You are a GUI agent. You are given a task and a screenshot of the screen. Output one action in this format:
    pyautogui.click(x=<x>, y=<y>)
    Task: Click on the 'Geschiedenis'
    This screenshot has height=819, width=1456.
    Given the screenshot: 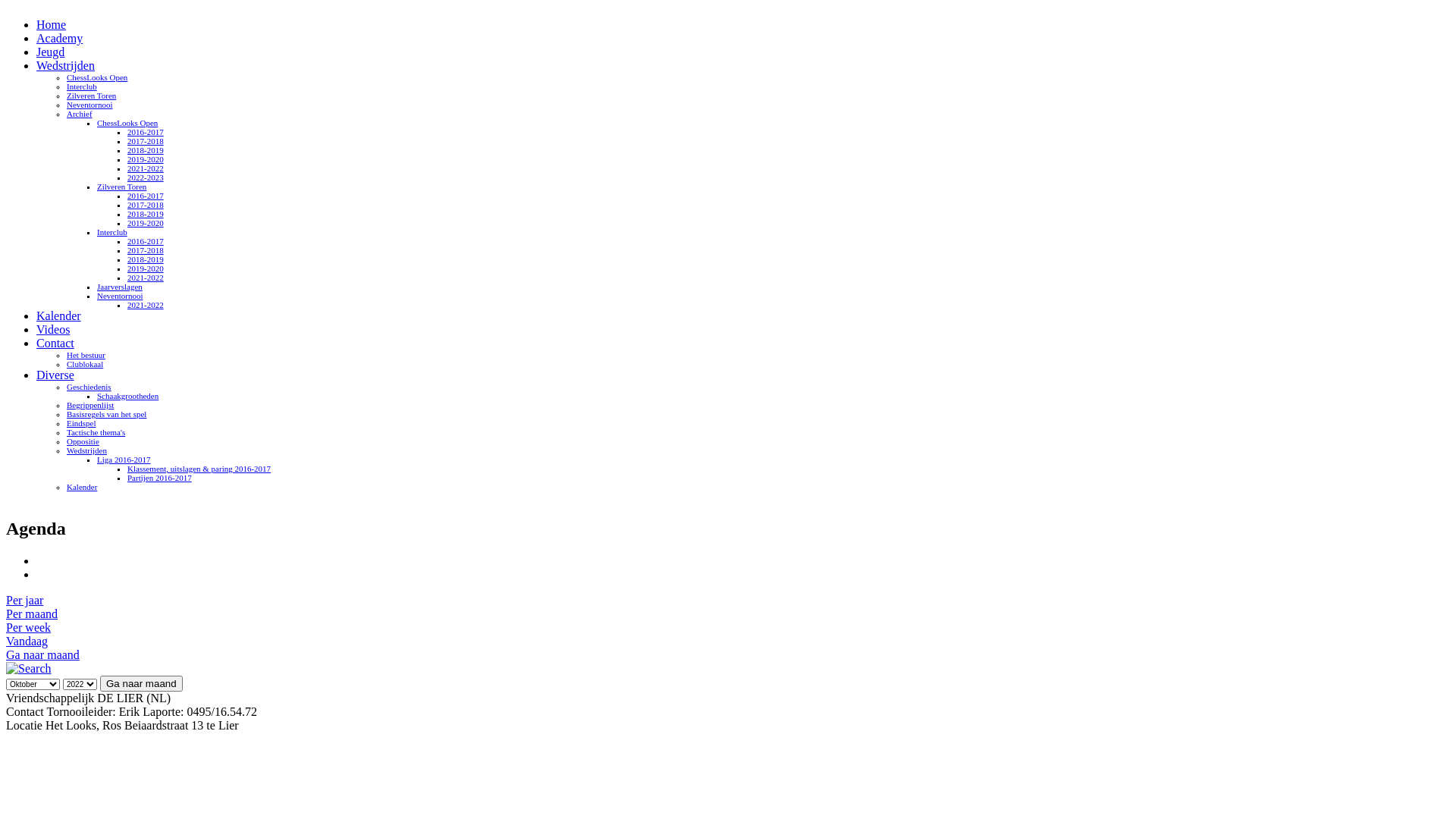 What is the action you would take?
    pyautogui.click(x=88, y=385)
    